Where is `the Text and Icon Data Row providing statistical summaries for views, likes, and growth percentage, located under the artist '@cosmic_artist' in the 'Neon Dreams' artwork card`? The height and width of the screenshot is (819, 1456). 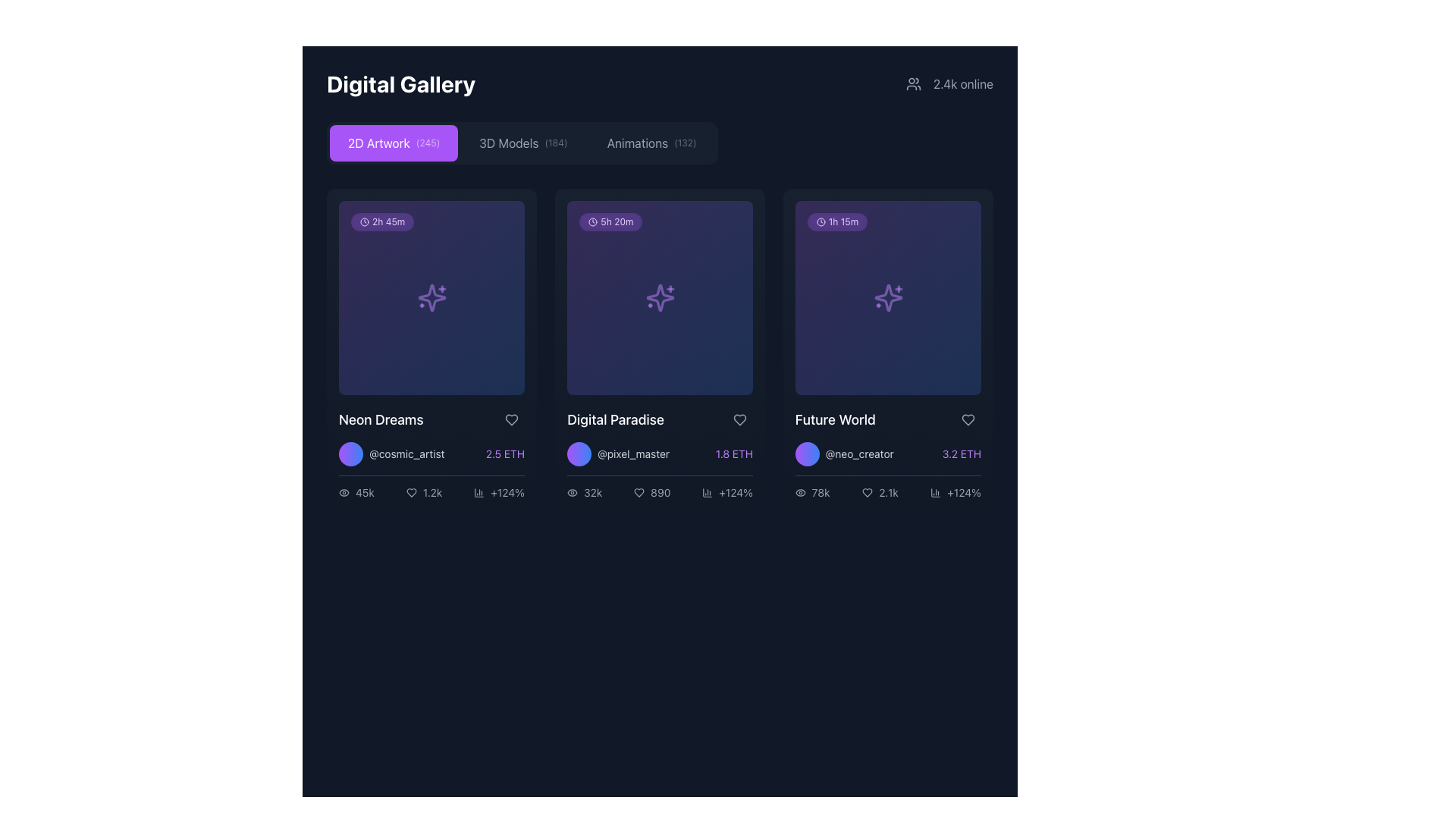
the Text and Icon Data Row providing statistical summaries for views, likes, and growth percentage, located under the artist '@cosmic_artist' in the 'Neon Dreams' artwork card is located at coordinates (431, 488).